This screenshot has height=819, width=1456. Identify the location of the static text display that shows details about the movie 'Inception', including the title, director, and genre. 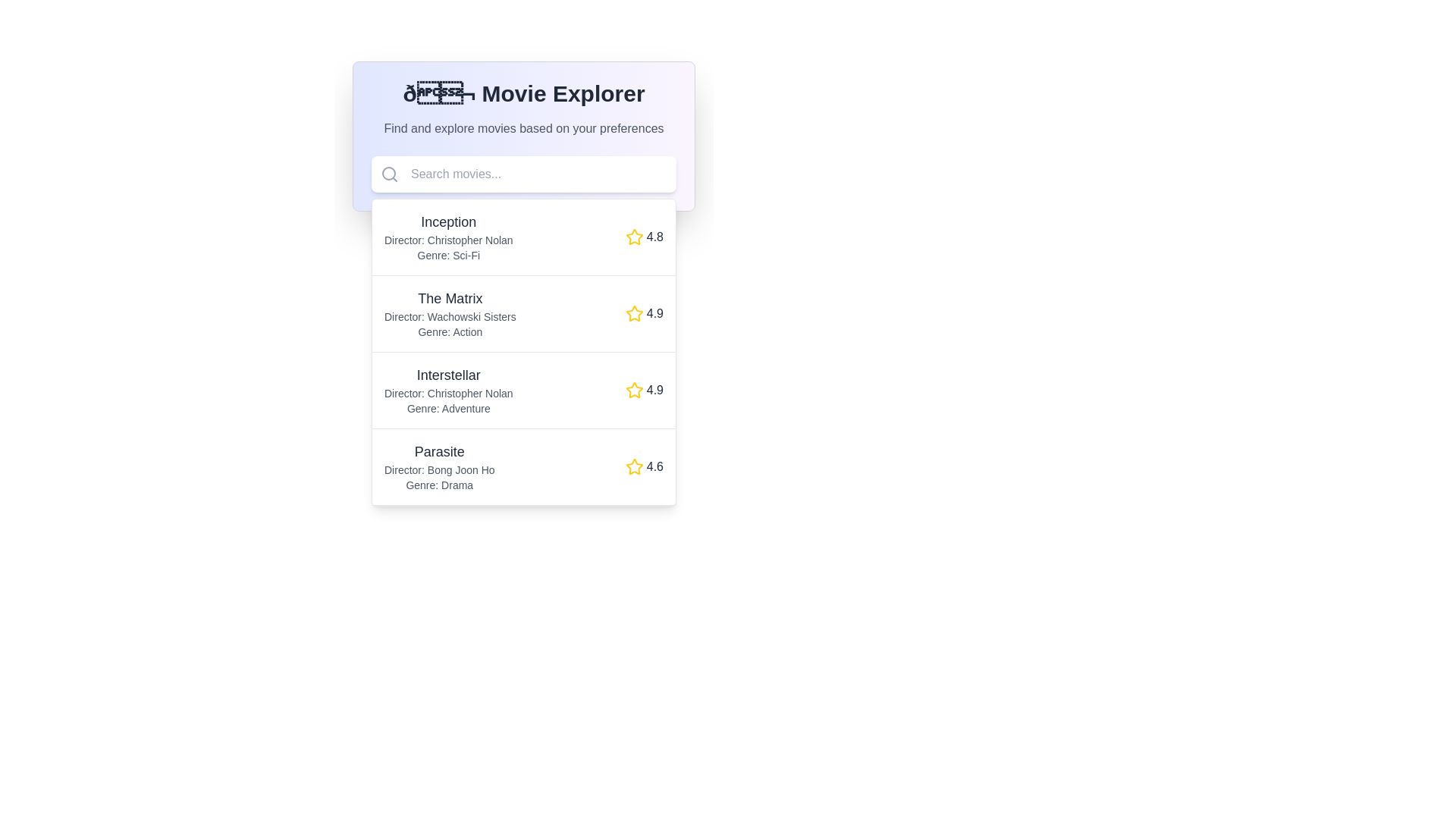
(447, 237).